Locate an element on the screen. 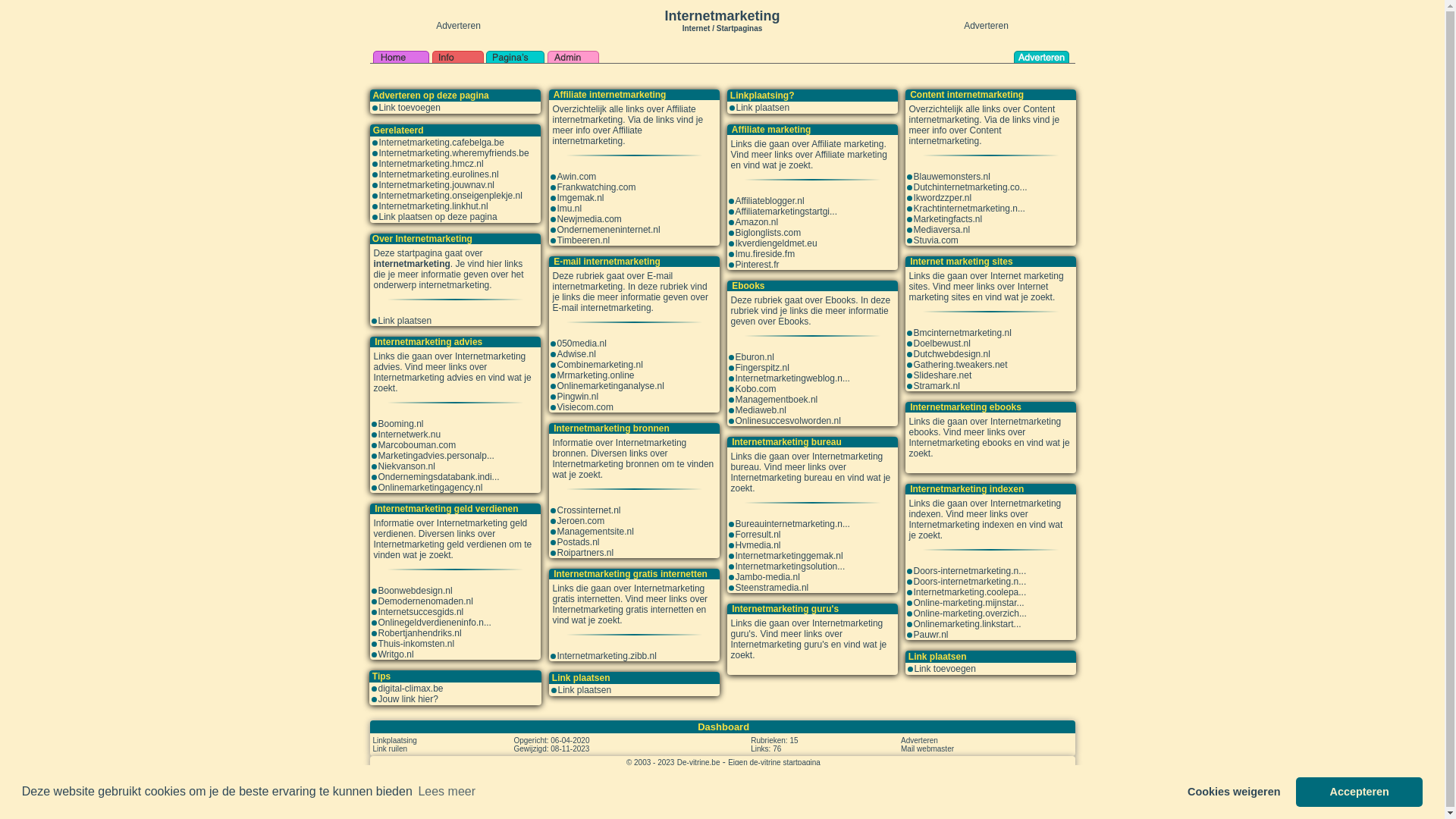 Image resolution: width=1456 pixels, height=819 pixels. 'Crossinternet.nl' is located at coordinates (588, 510).